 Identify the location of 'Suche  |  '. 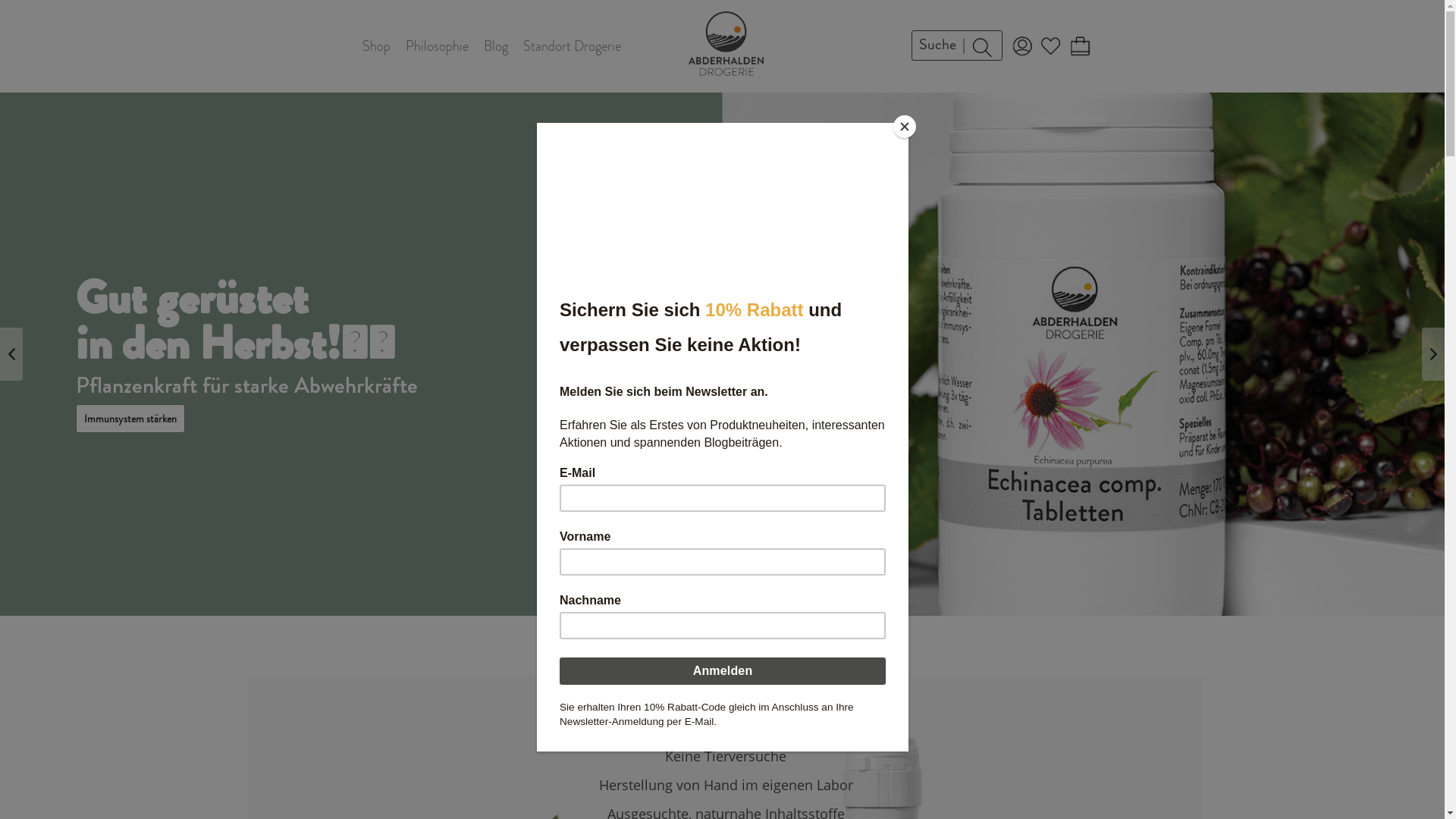
(956, 45).